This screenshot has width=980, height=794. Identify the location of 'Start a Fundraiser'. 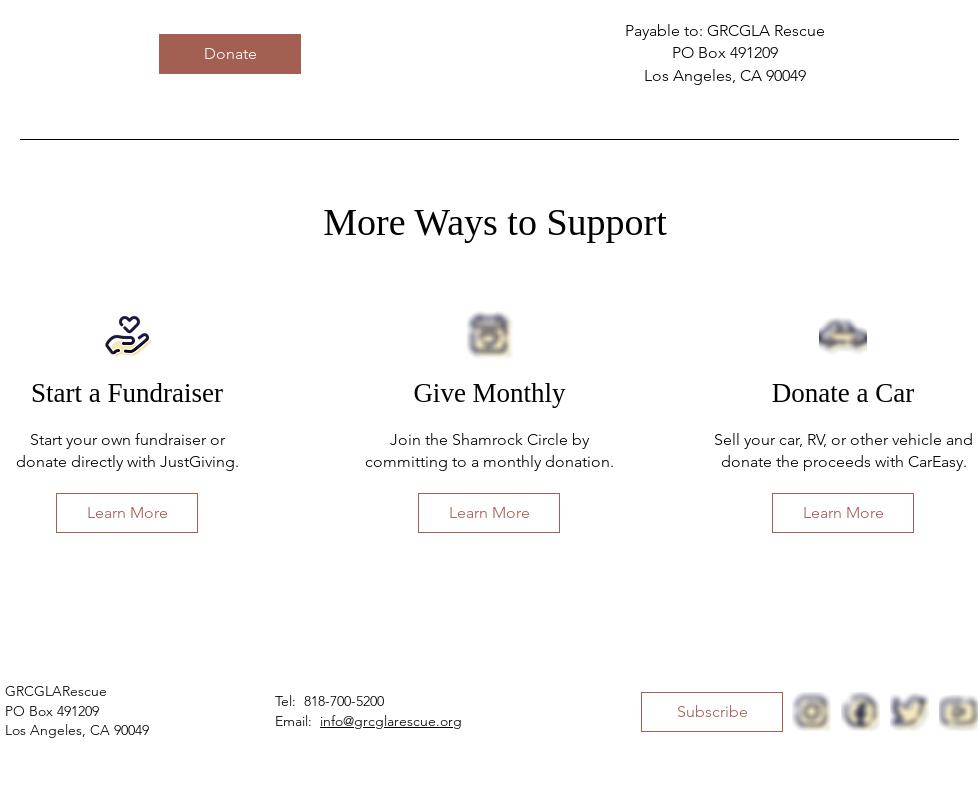
(125, 393).